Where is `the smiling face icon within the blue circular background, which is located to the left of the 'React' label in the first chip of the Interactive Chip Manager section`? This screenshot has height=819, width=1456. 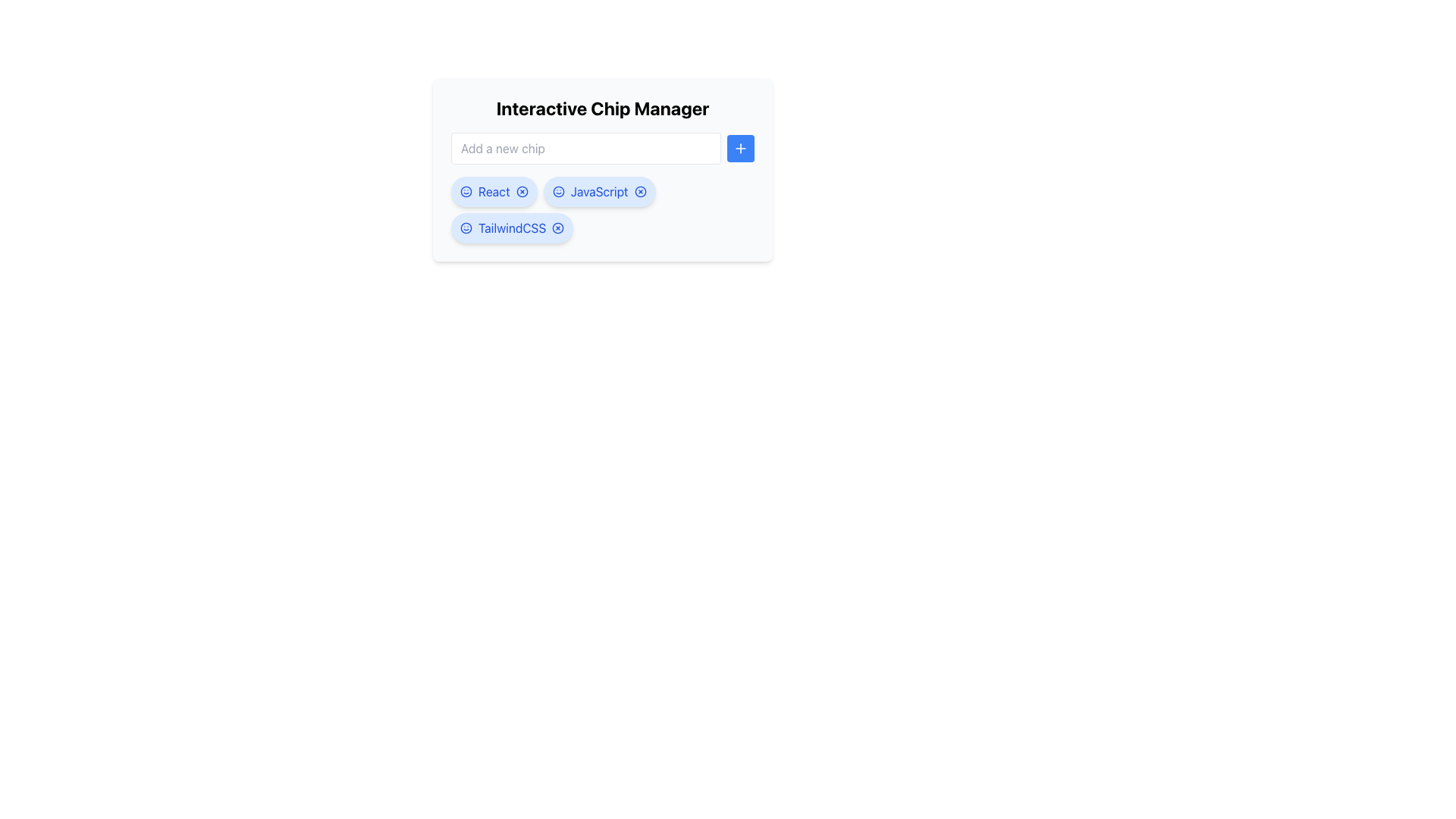 the smiling face icon within the blue circular background, which is located to the left of the 'React' label in the first chip of the Interactive Chip Manager section is located at coordinates (465, 191).